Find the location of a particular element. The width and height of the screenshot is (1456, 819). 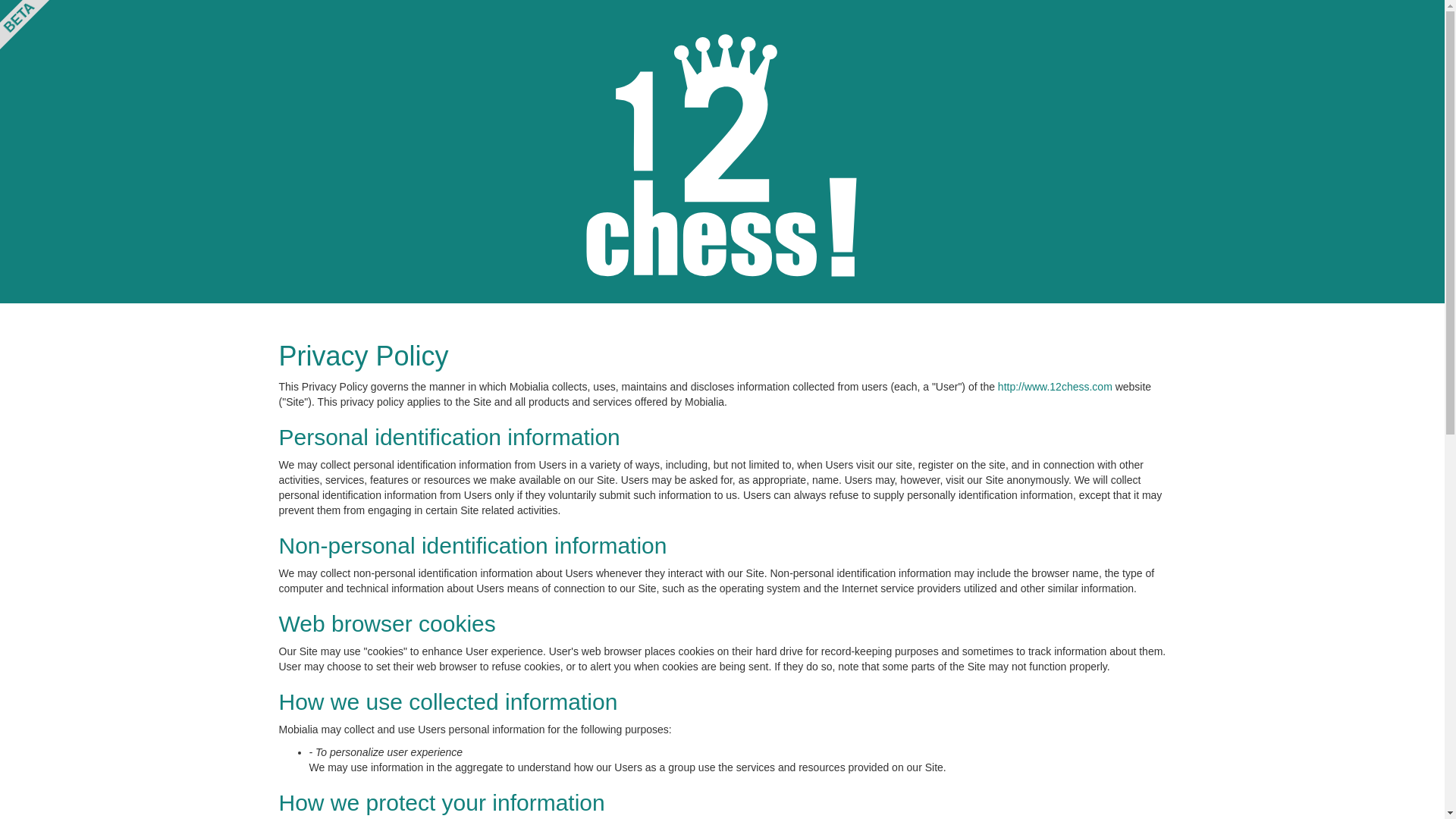

'http://www.12chess.com' is located at coordinates (1054, 385).